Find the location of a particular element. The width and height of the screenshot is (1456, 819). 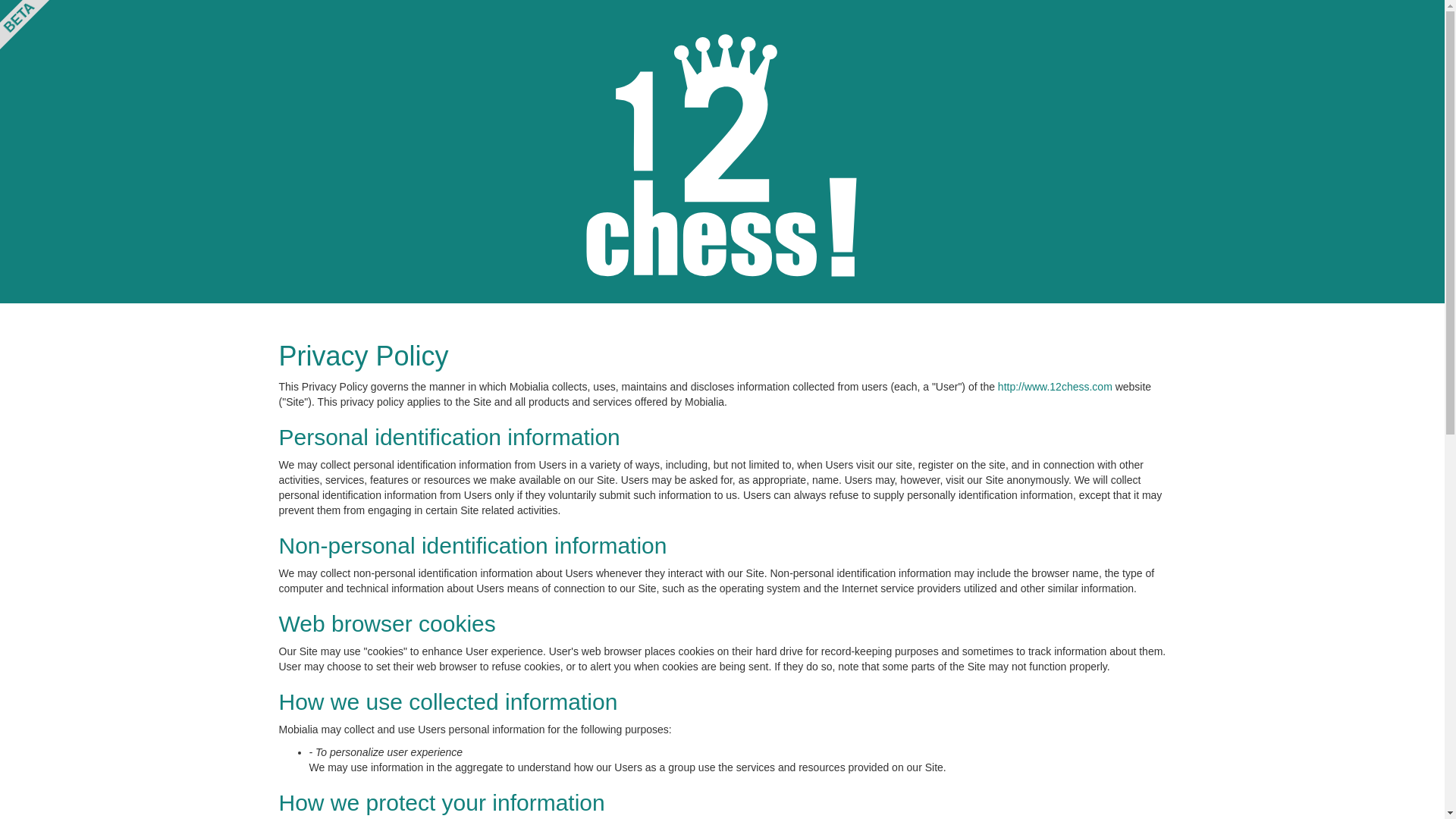

'http://www.12chess.com' is located at coordinates (1054, 385).